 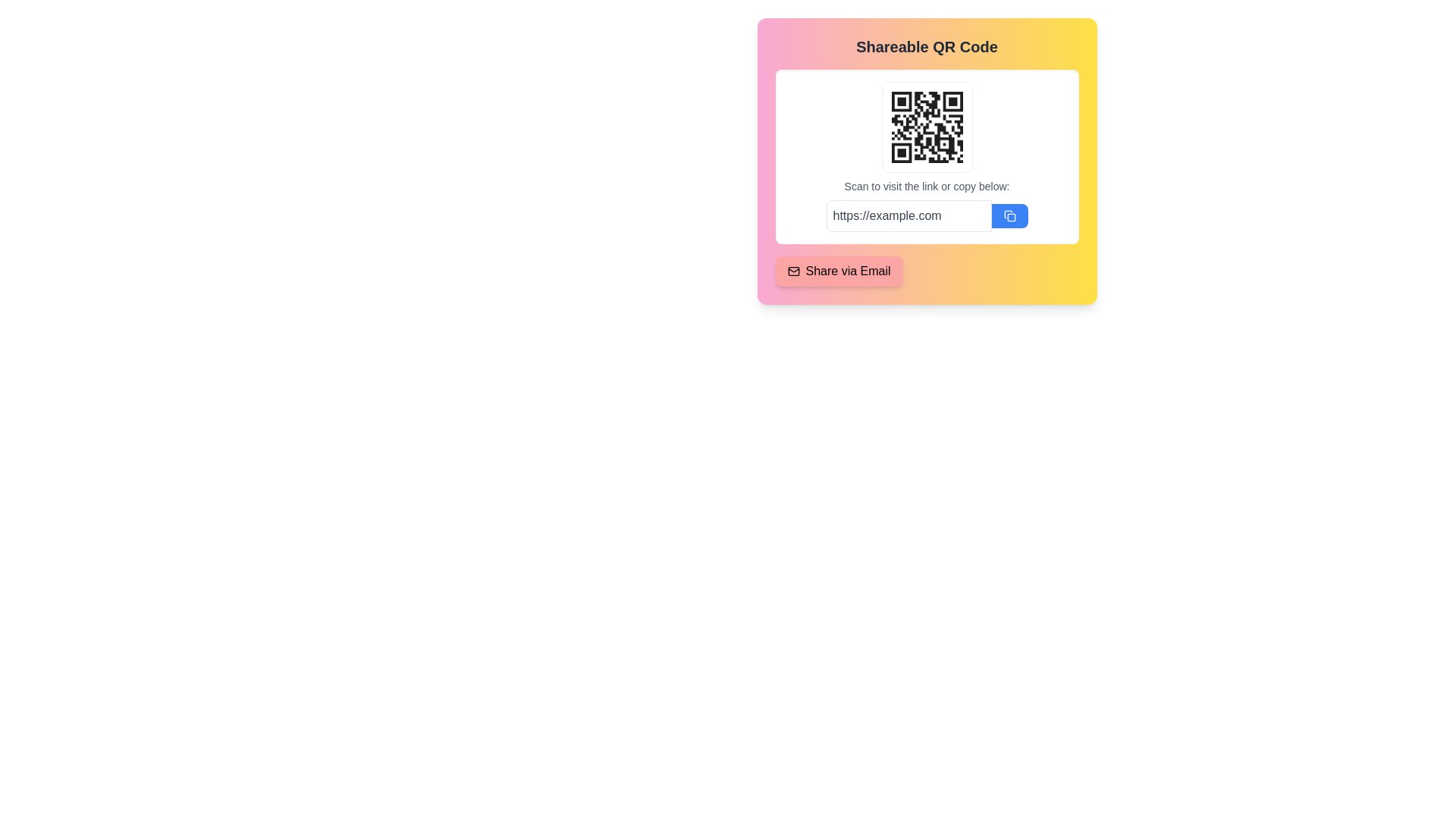 What do you see at coordinates (926, 186) in the screenshot?
I see `the static display text reading 'Scan to visit the link or copy below:' which is styled in gray color and positioned below the QR code and above the URL input field` at bounding box center [926, 186].